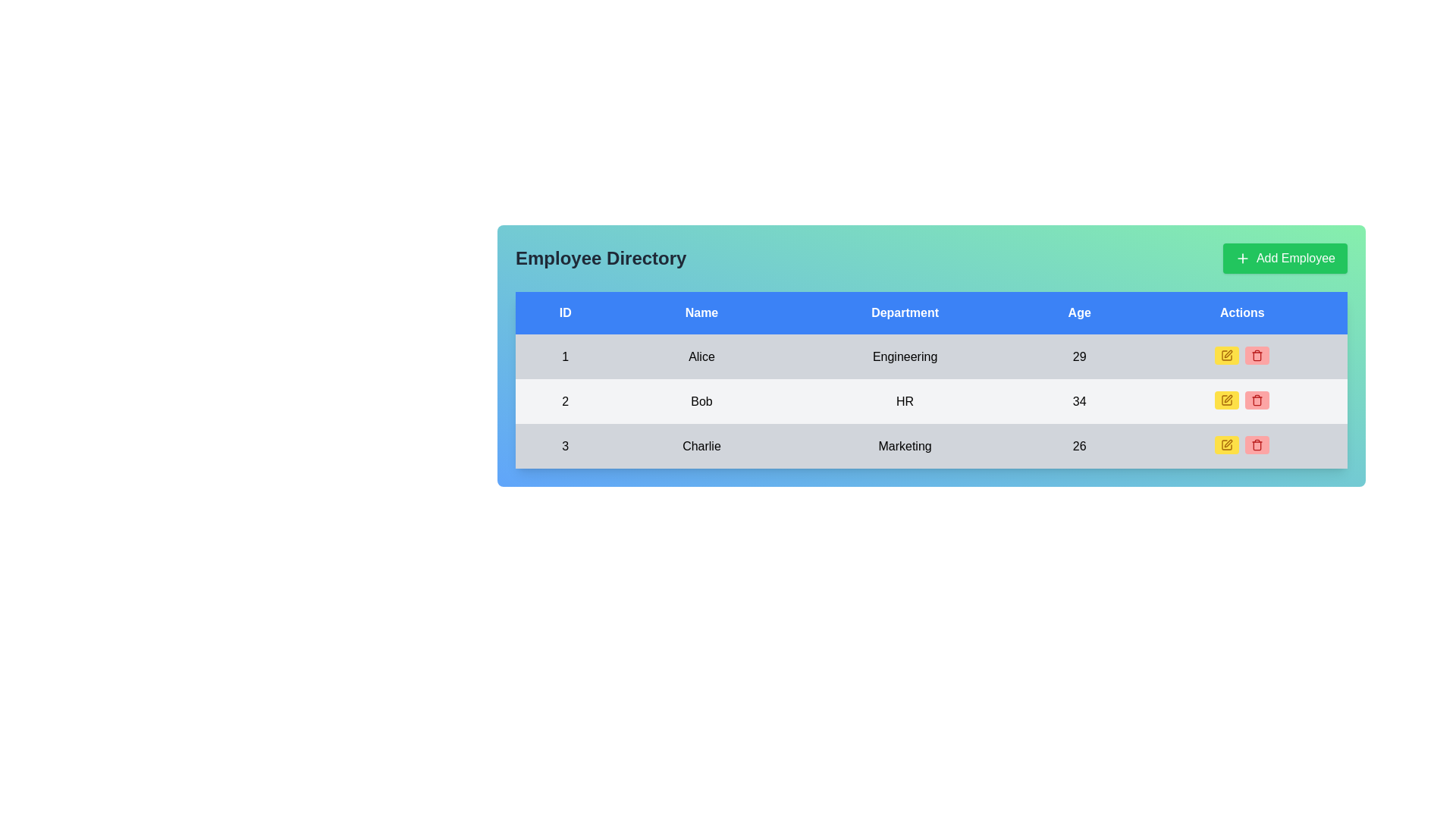 Image resolution: width=1456 pixels, height=819 pixels. I want to click on the red trash can icon button located in the Actions column of the second row of the data table, so click(1257, 356).